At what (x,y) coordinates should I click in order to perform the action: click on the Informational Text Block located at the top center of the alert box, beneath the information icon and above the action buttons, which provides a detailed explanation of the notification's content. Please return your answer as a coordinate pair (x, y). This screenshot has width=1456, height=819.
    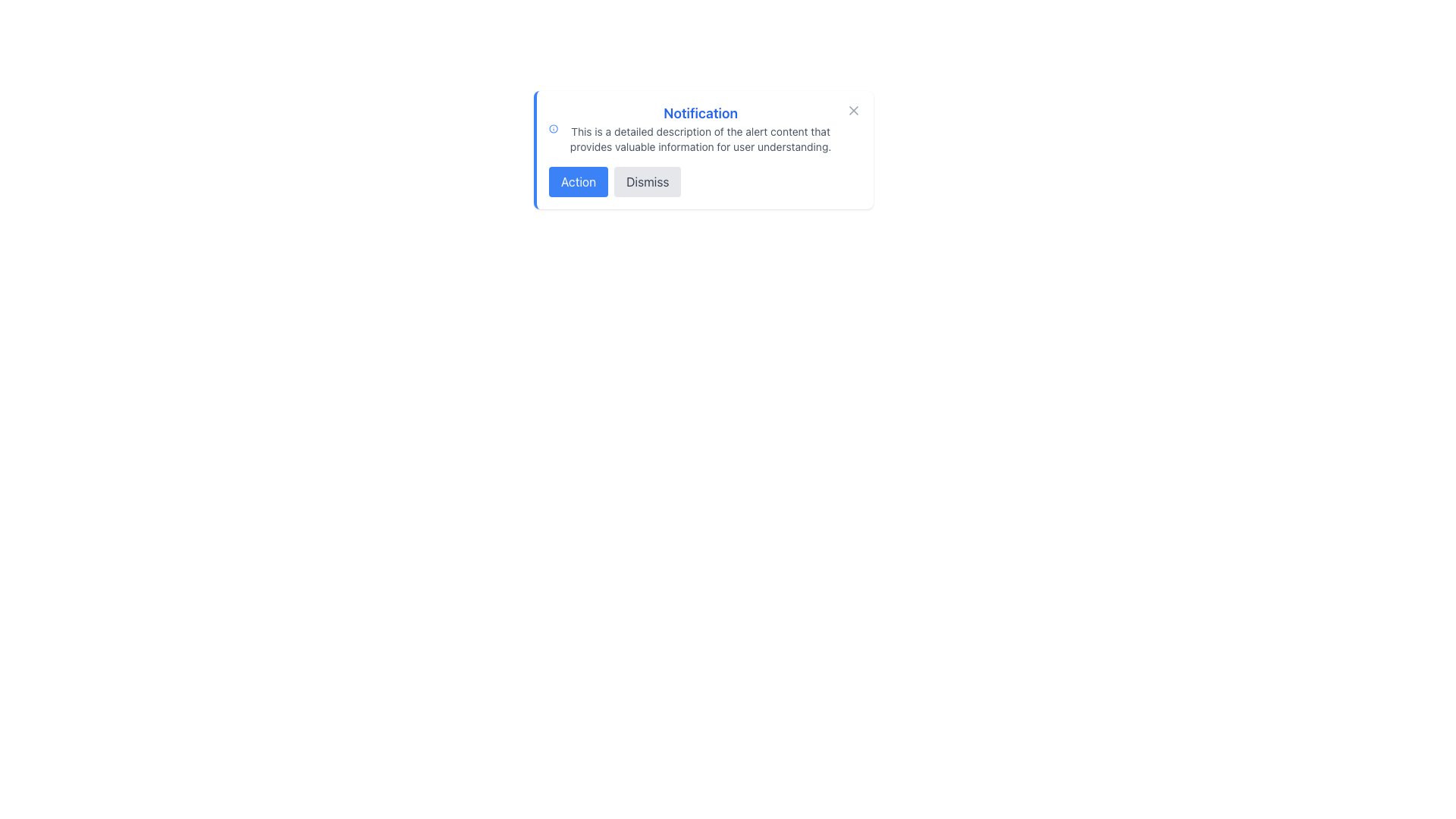
    Looking at the image, I should click on (691, 127).